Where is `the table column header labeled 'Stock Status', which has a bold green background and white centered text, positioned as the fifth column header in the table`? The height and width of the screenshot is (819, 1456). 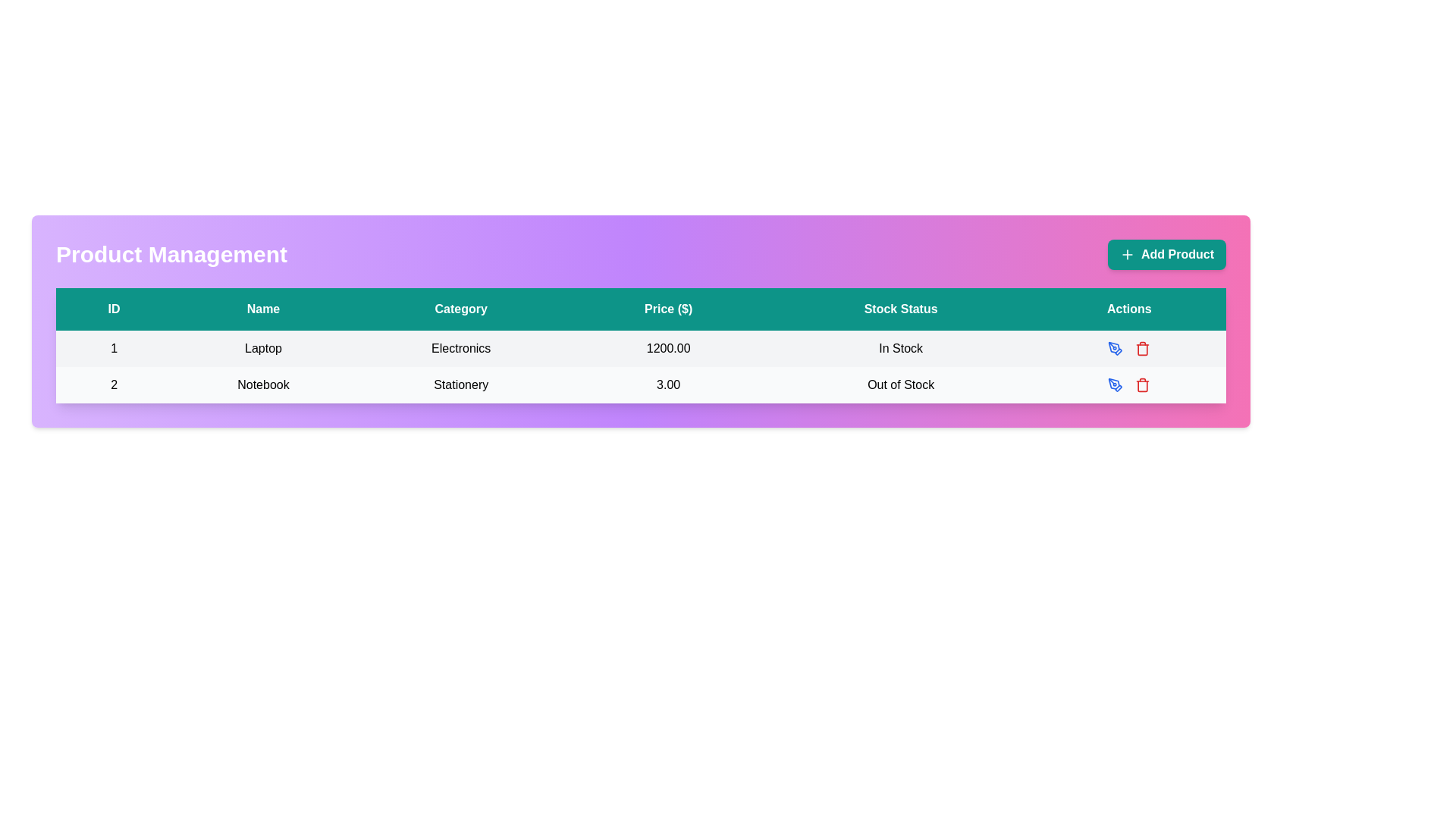
the table column header labeled 'Stock Status', which has a bold green background and white centered text, positioned as the fifth column header in the table is located at coordinates (901, 309).